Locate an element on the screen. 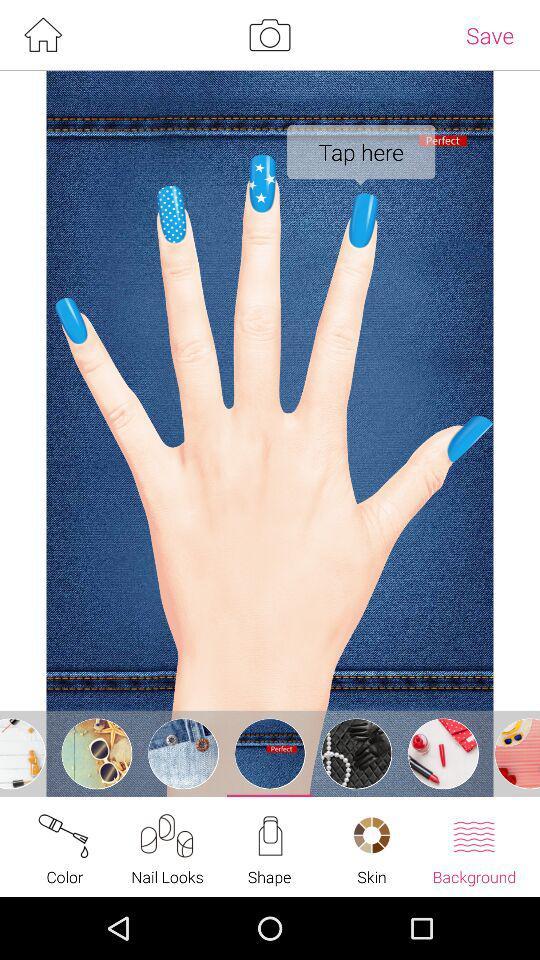  the home icon is located at coordinates (42, 36).